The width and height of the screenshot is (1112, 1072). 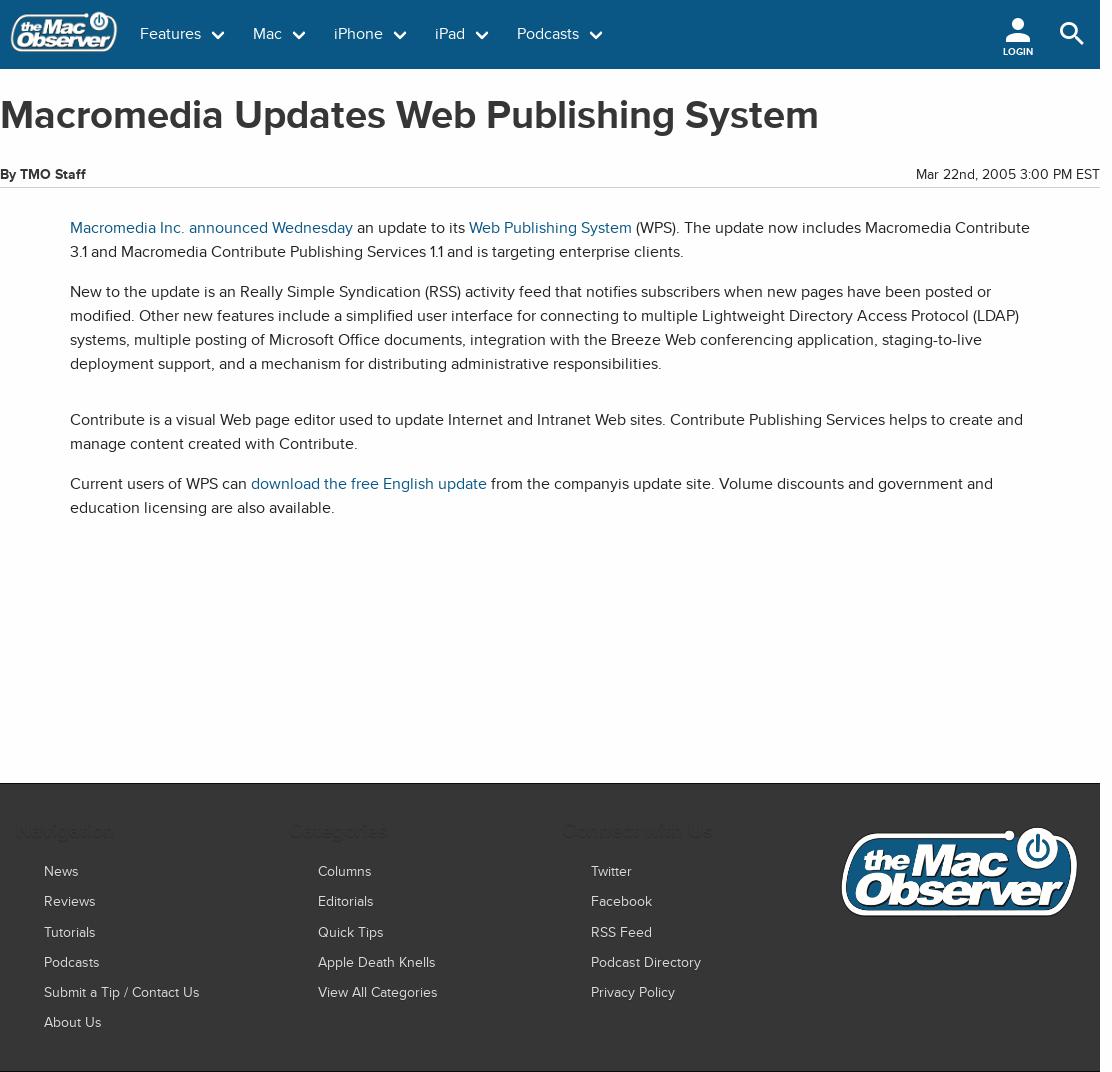 I want to click on 'View All Categories', so click(x=317, y=990).